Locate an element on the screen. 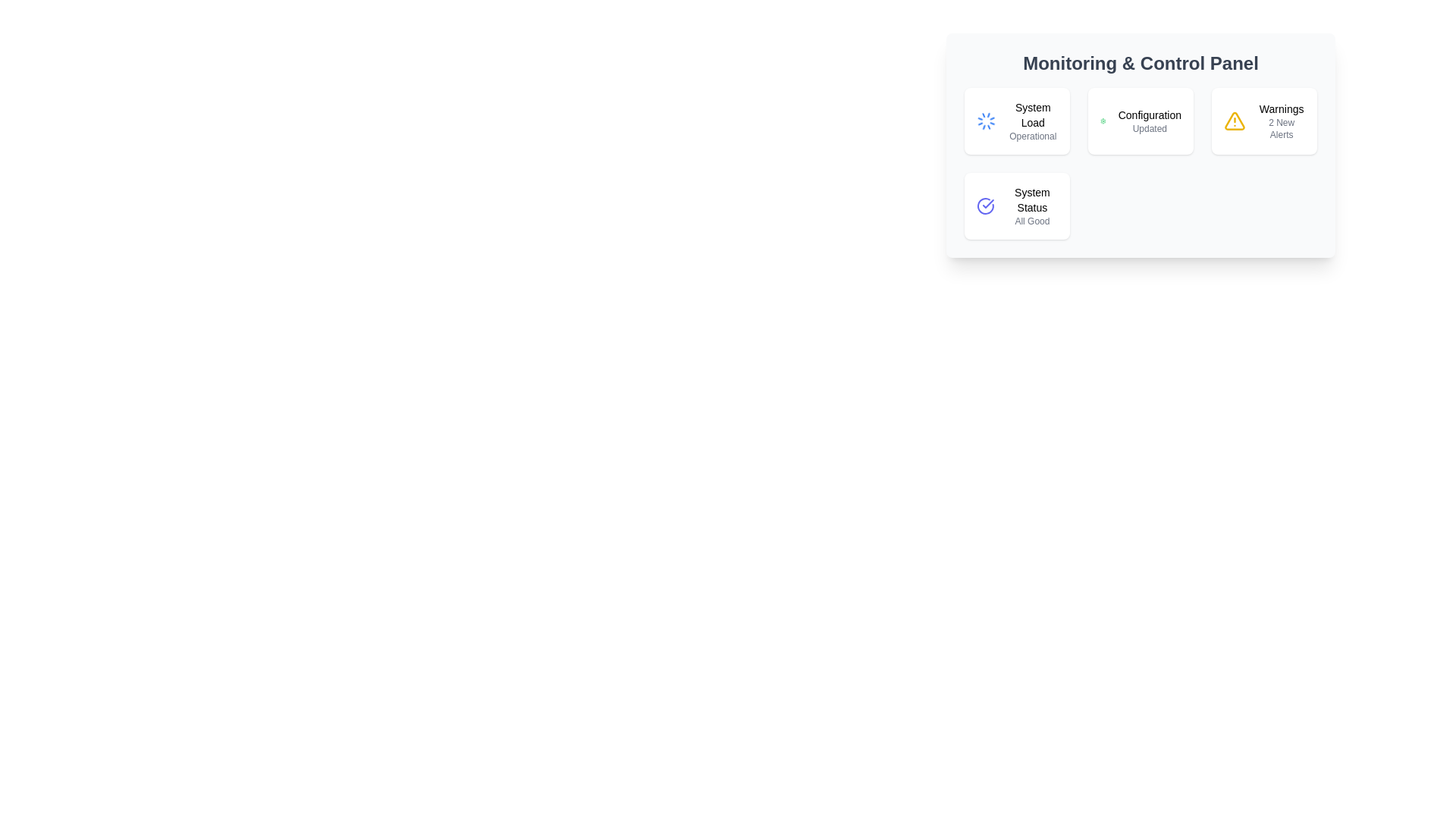 This screenshot has width=1456, height=819. the Notification card located in the top-right corner of the 'Monitoring & Control Panel', which features a white background, a yellow warning triangle icon, and the text 'Warnings' in bold followed by '2 New Alerts' in gray is located at coordinates (1264, 120).